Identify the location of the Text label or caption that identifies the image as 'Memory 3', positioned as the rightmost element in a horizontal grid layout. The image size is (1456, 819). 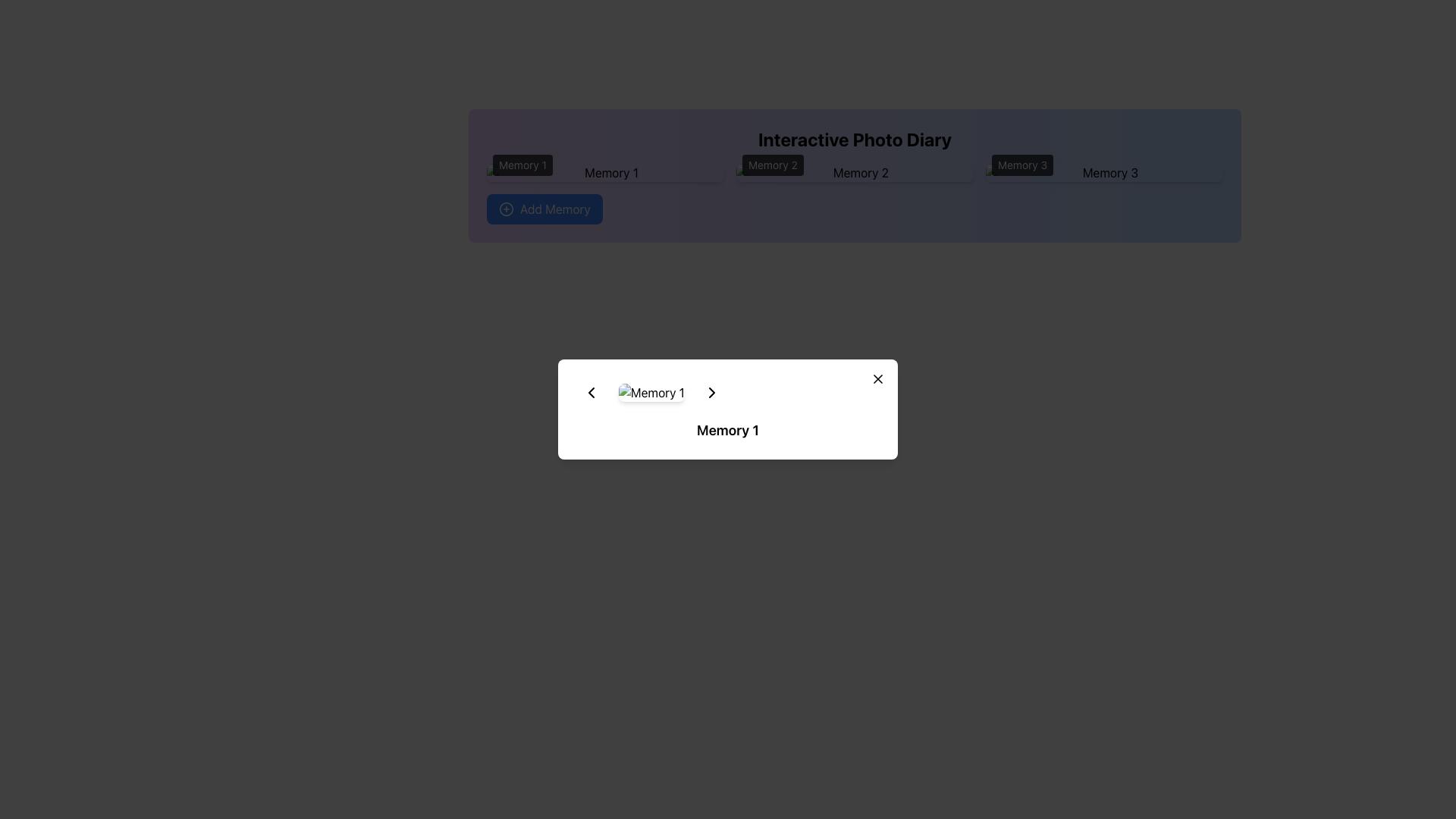
(1104, 171).